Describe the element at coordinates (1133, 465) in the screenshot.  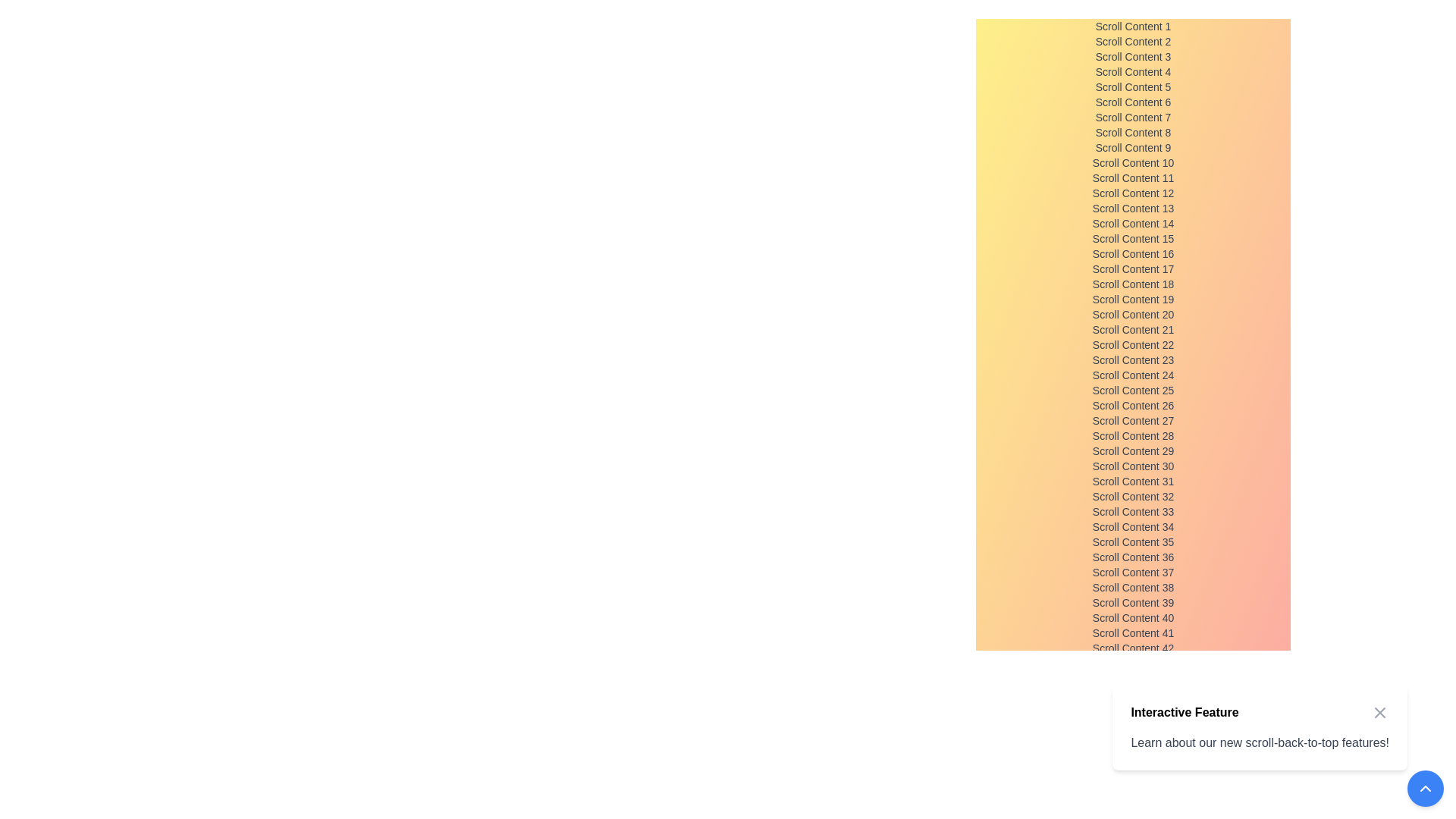
I see `the 30th static text label in the lower-middle portion of the scrollable list` at that location.